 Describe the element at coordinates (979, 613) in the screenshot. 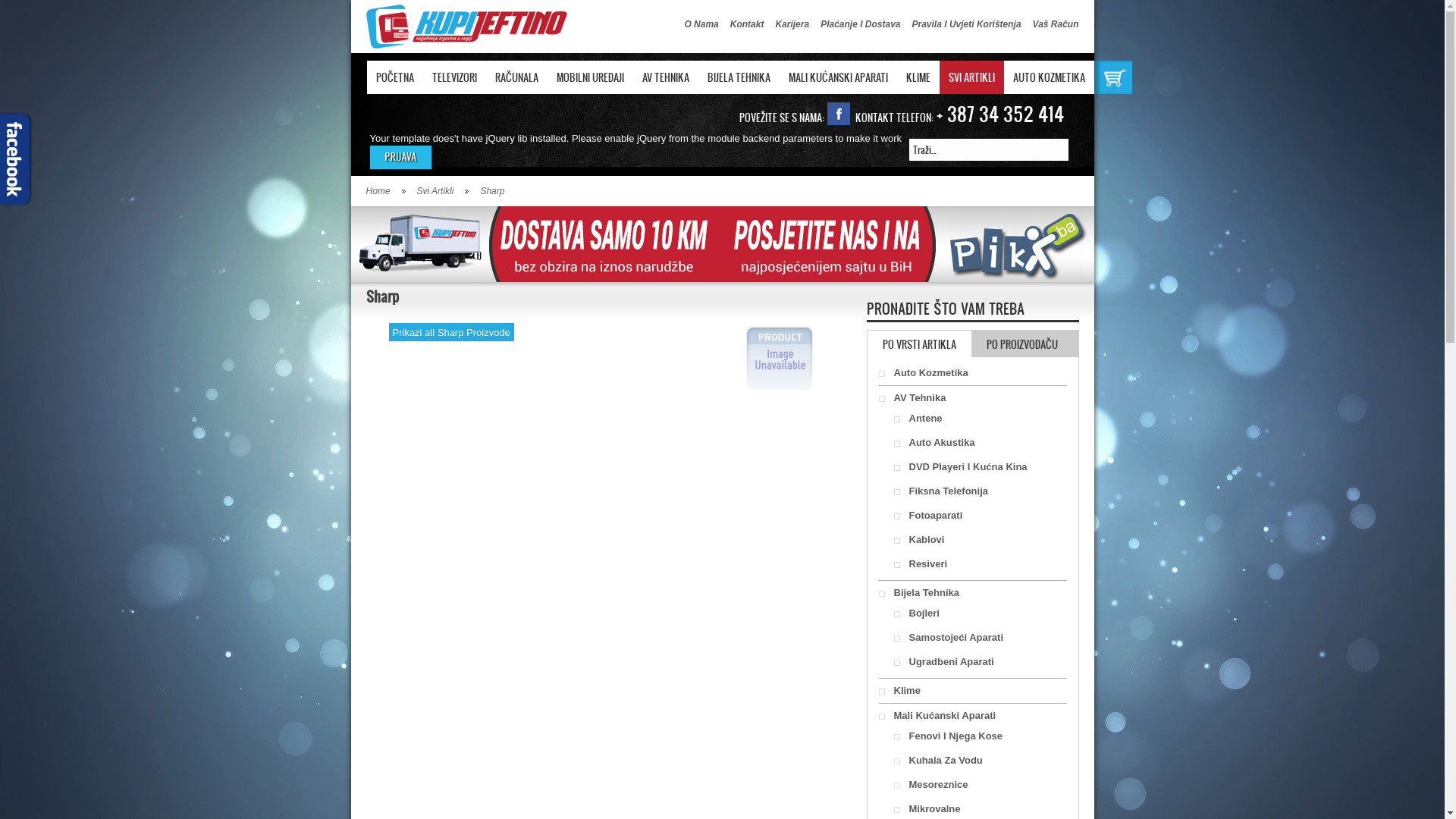

I see `'Bojleri'` at that location.